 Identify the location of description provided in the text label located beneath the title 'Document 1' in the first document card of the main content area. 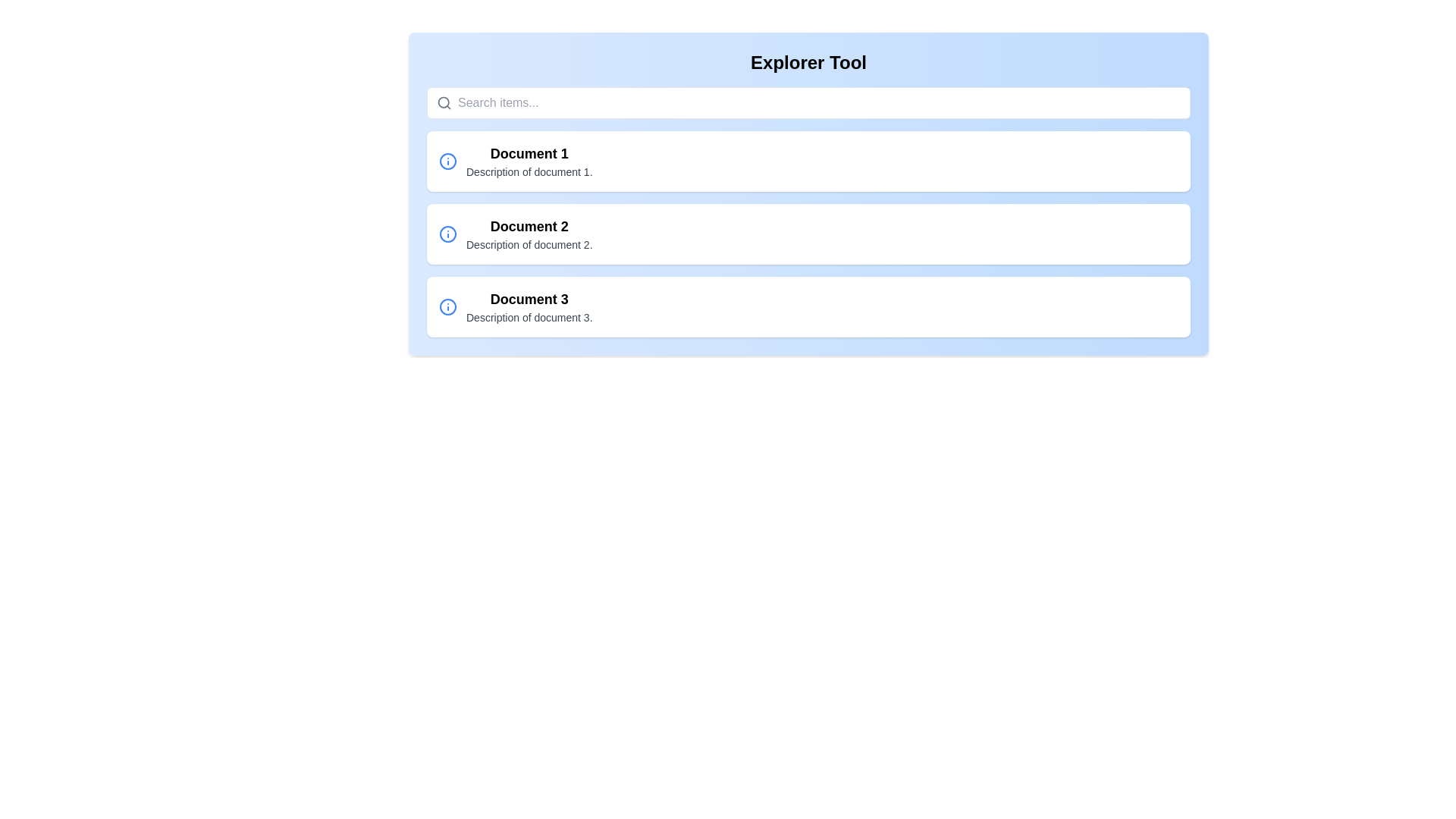
(529, 171).